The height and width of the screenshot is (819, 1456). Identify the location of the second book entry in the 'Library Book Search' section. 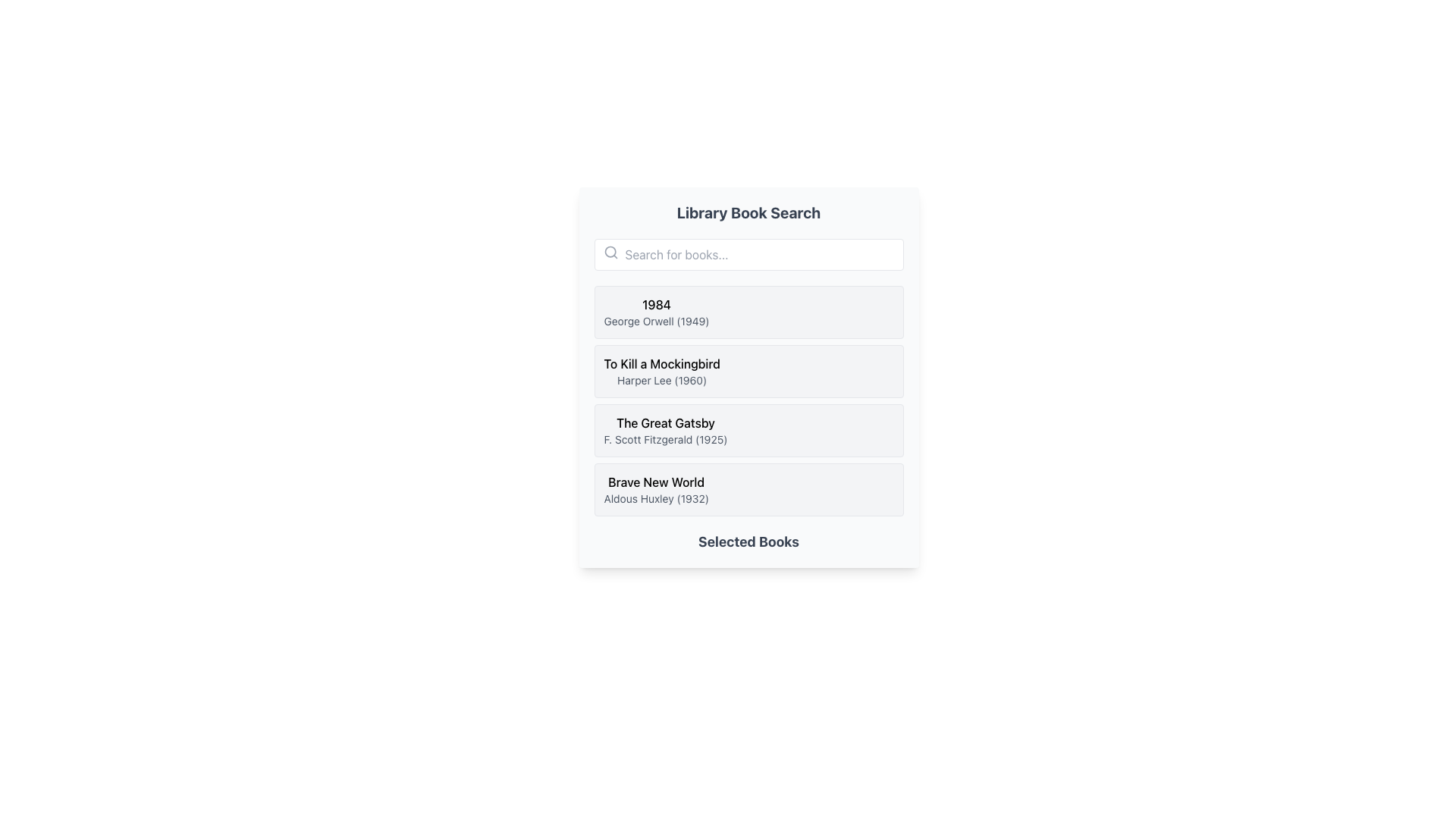
(748, 371).